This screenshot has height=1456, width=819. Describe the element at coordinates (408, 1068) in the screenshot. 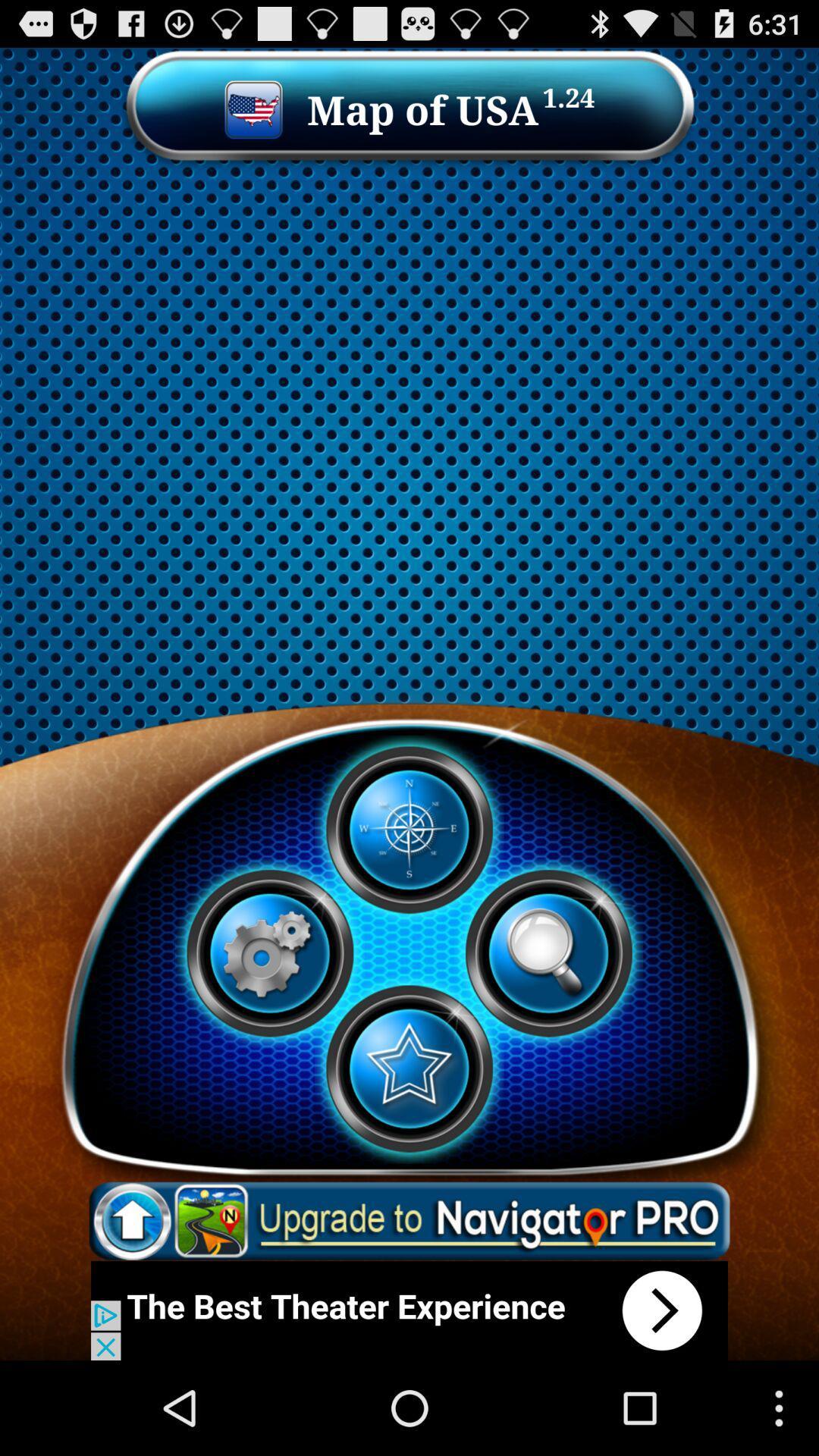

I see `display the rate screen` at that location.